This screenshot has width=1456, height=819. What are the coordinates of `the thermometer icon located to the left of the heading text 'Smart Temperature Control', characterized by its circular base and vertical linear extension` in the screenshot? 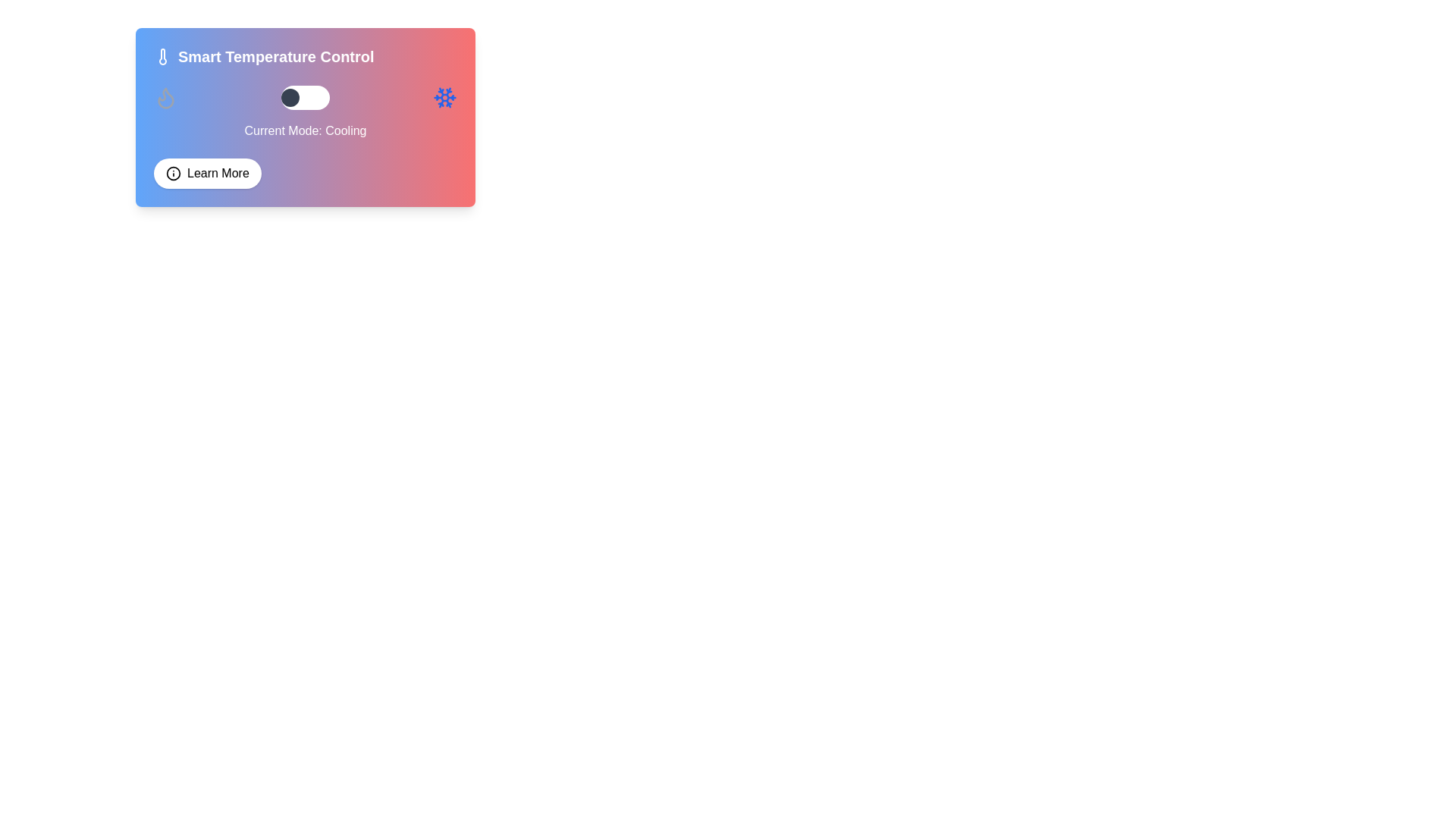 It's located at (163, 55).